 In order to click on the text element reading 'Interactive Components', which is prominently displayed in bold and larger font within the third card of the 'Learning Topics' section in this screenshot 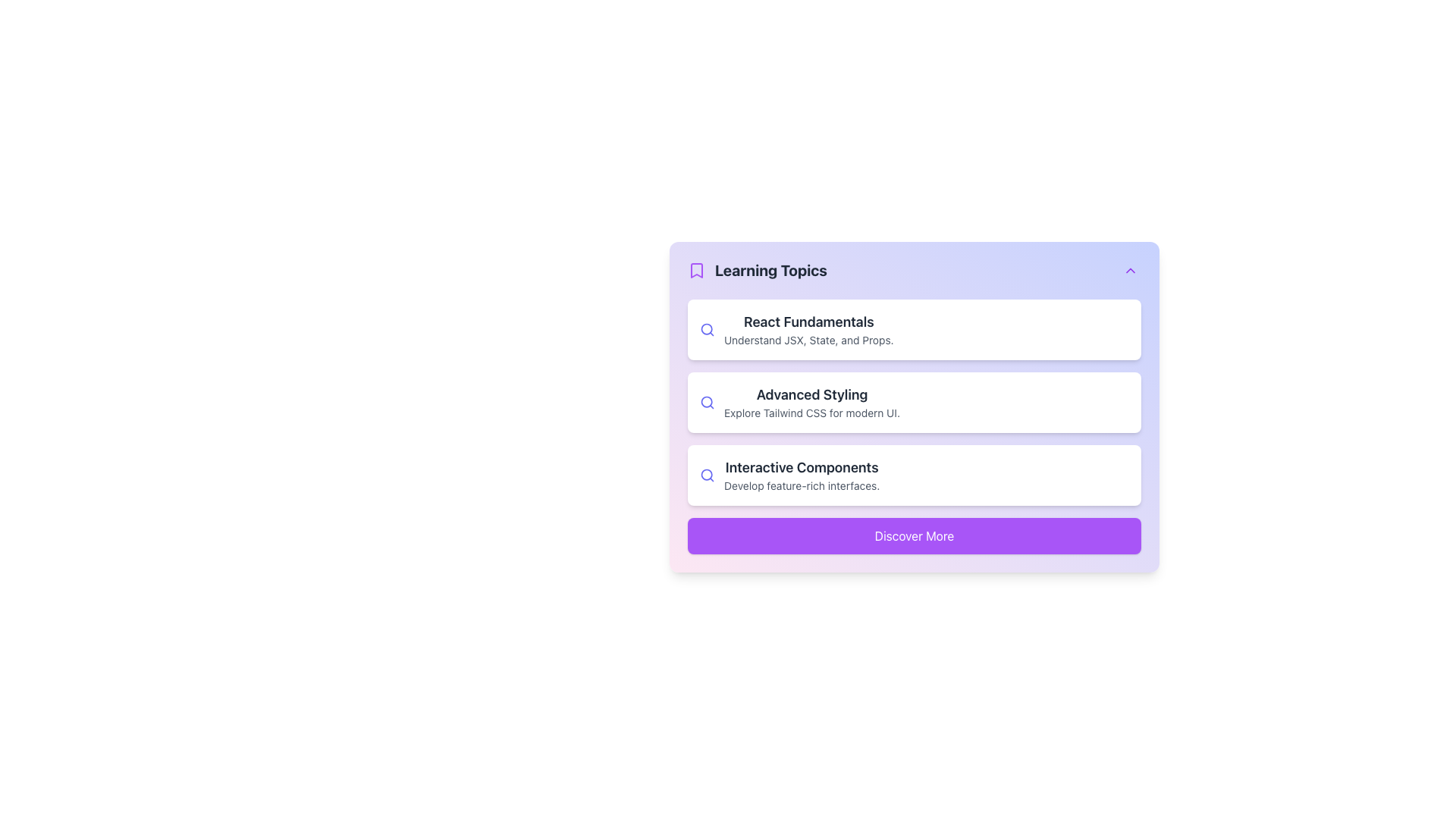, I will do `click(801, 467)`.